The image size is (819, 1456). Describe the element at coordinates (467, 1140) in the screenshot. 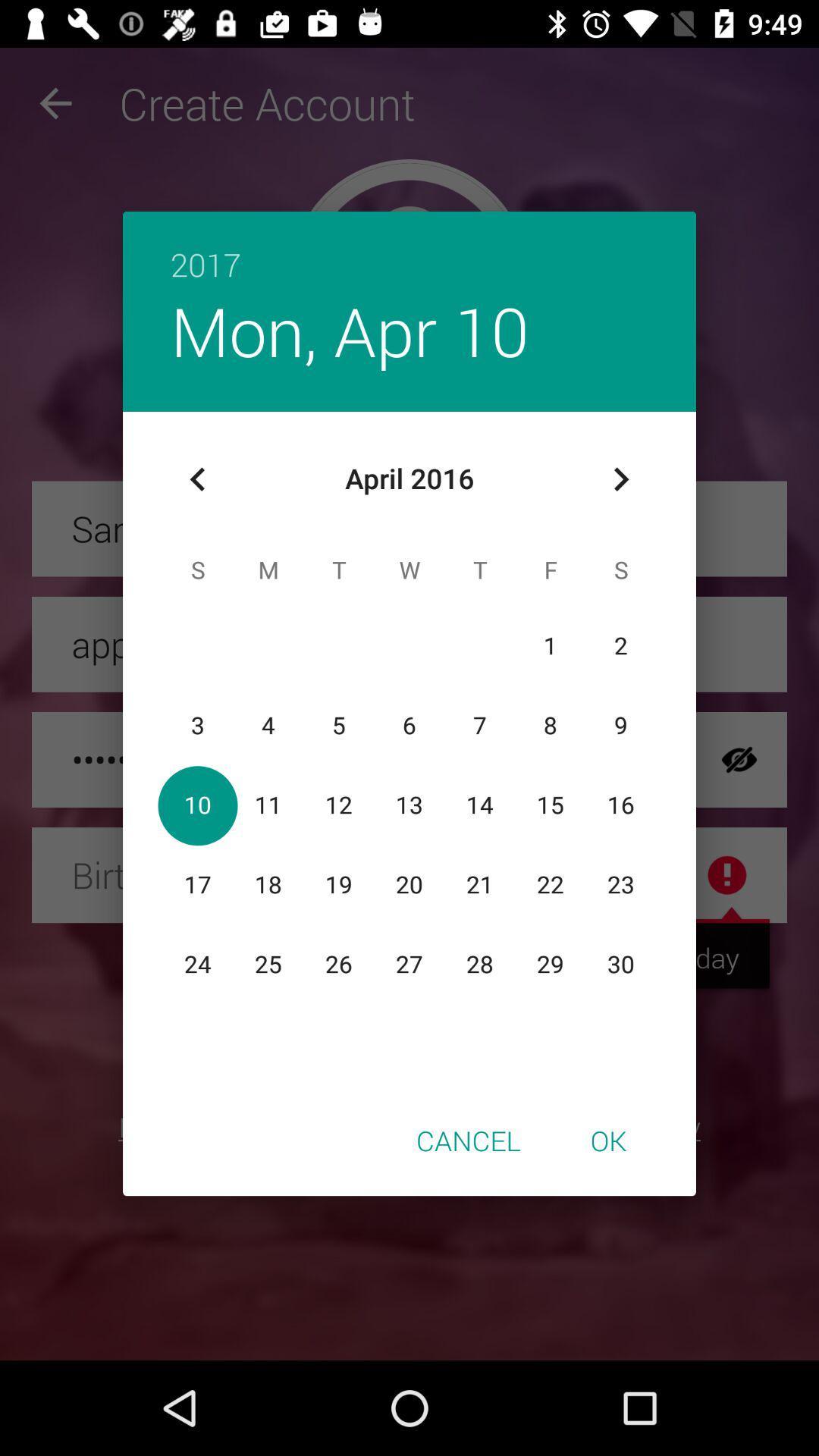

I see `icon at the bottom` at that location.